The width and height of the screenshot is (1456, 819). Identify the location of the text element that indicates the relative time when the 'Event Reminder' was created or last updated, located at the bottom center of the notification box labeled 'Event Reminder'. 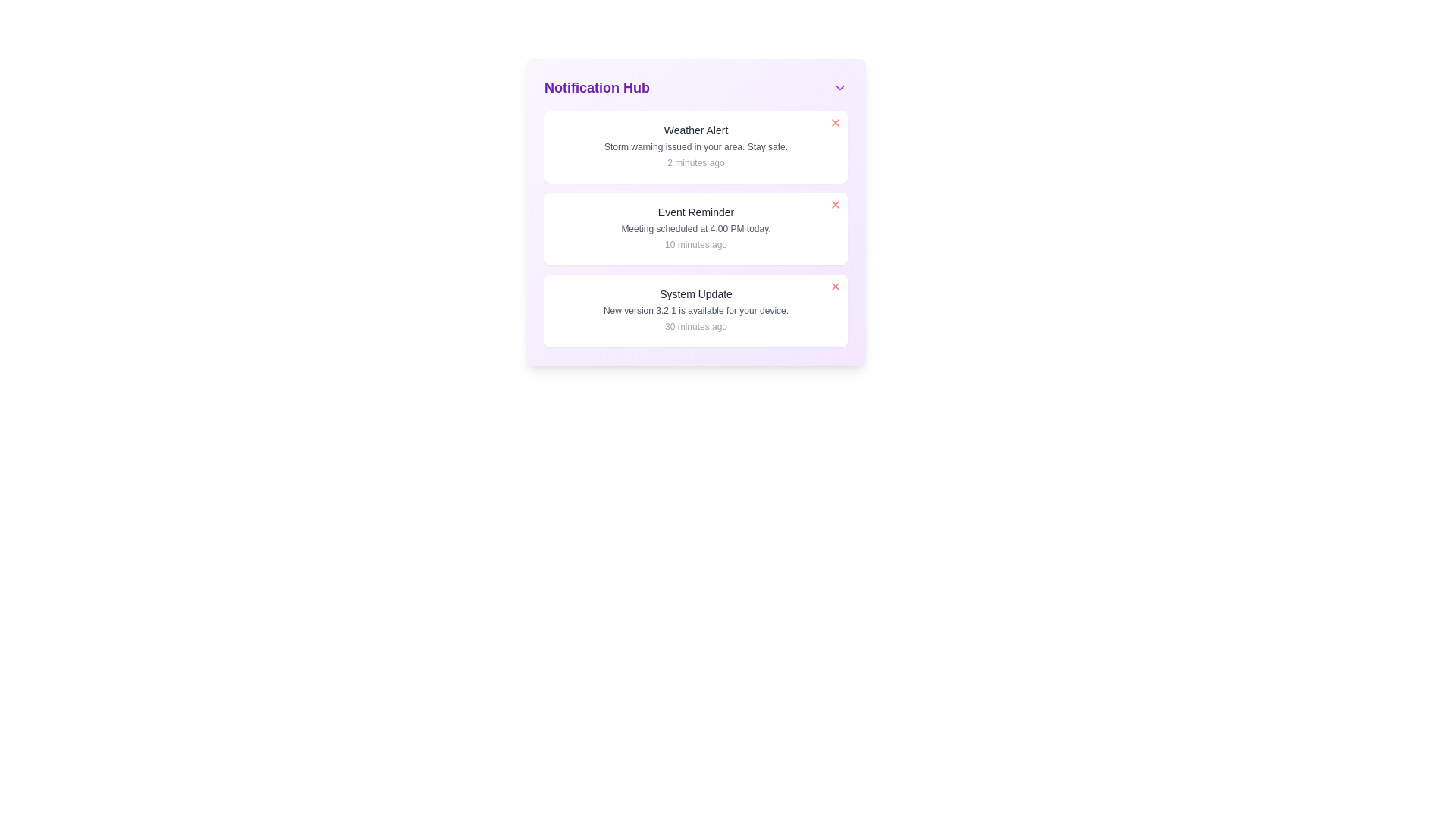
(695, 244).